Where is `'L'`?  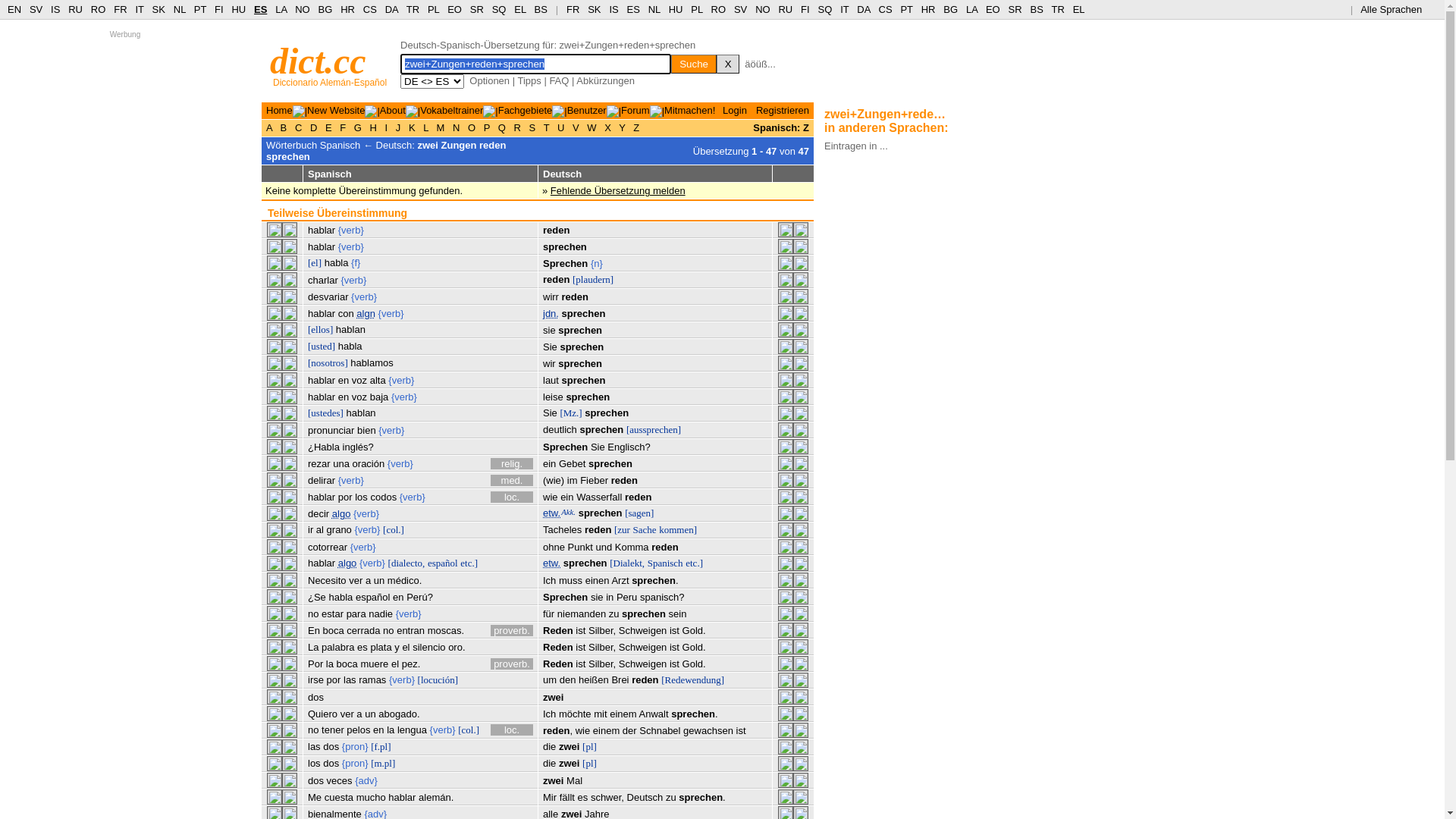
'L' is located at coordinates (425, 127).